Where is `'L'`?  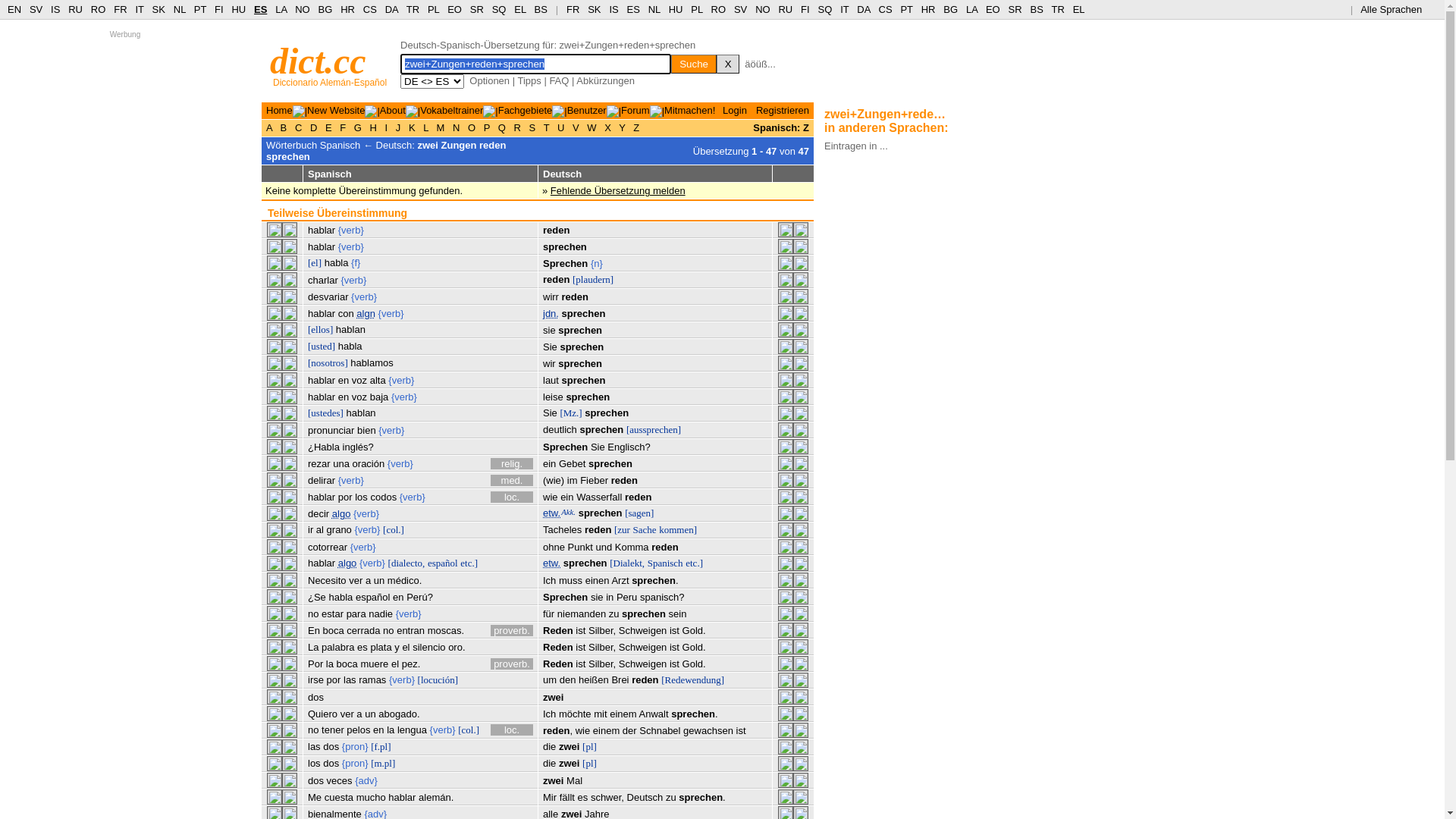
'L' is located at coordinates (425, 127).